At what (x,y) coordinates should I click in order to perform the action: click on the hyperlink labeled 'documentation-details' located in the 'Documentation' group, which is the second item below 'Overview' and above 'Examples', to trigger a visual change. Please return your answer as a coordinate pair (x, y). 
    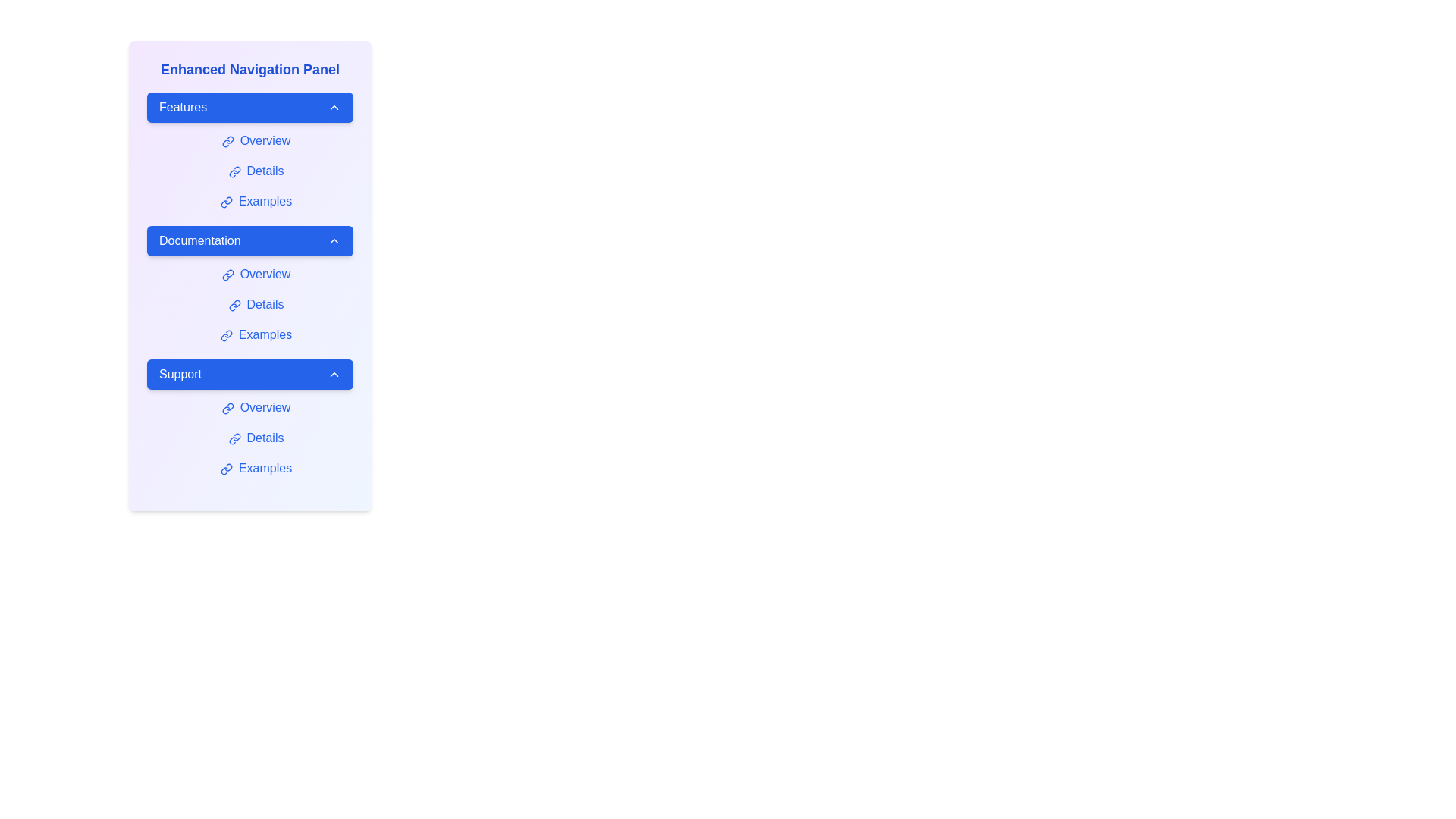
    Looking at the image, I should click on (256, 304).